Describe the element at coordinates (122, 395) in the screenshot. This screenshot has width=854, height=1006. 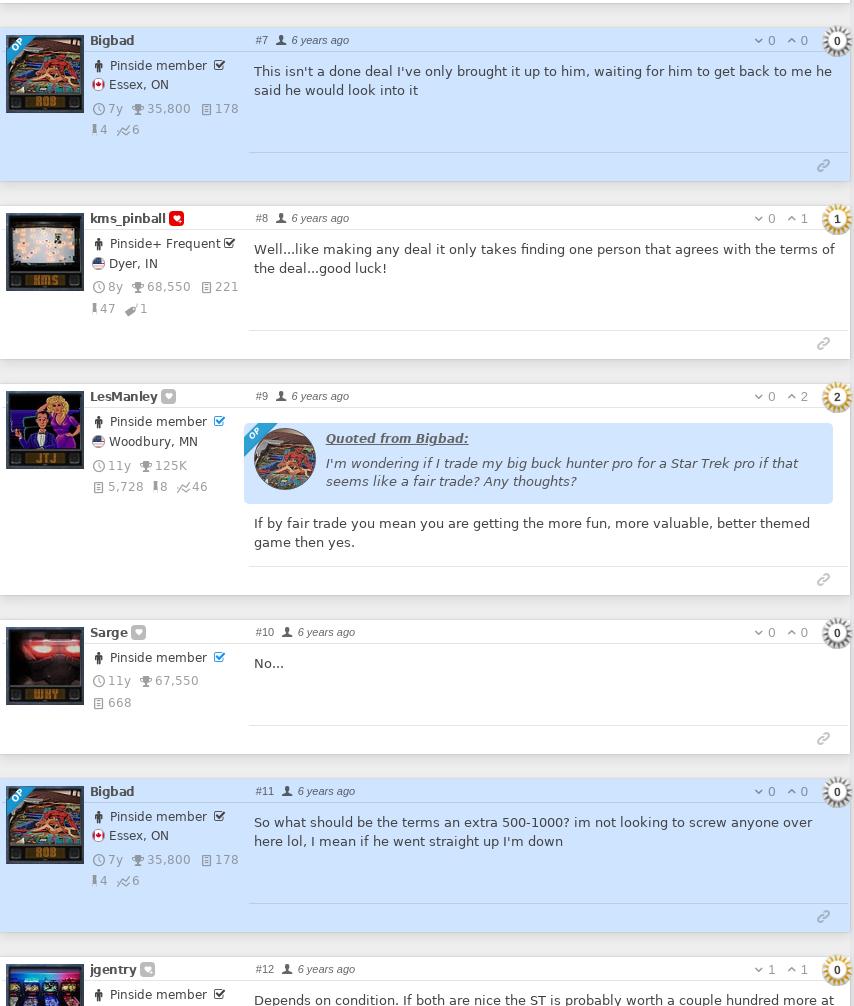
I see `'LesManley'` at that location.